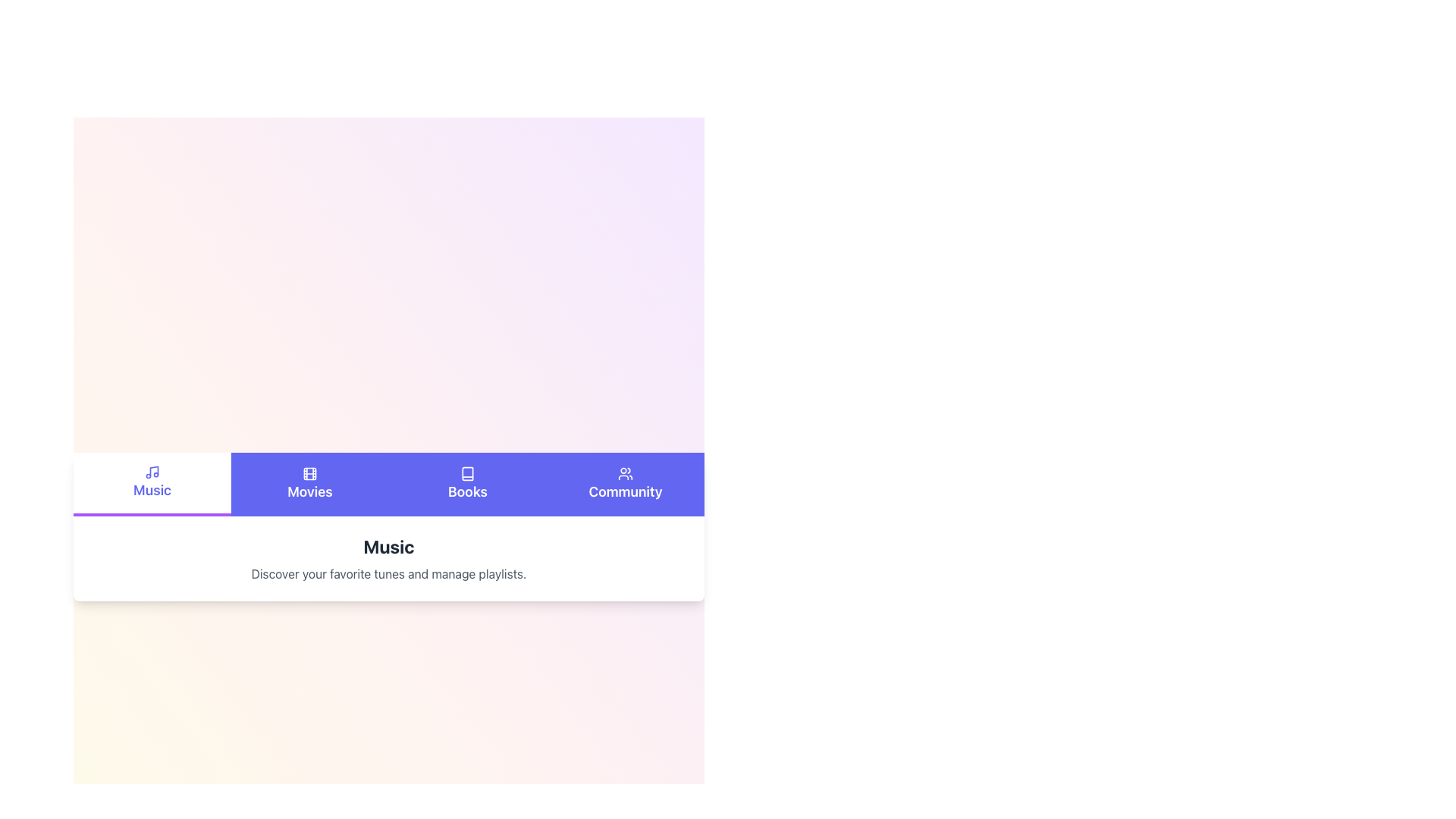 This screenshot has height=819, width=1456. I want to click on the first interactive navigation button in the horizontal navigation bar that directs to the 'Music' section, so click(152, 482).